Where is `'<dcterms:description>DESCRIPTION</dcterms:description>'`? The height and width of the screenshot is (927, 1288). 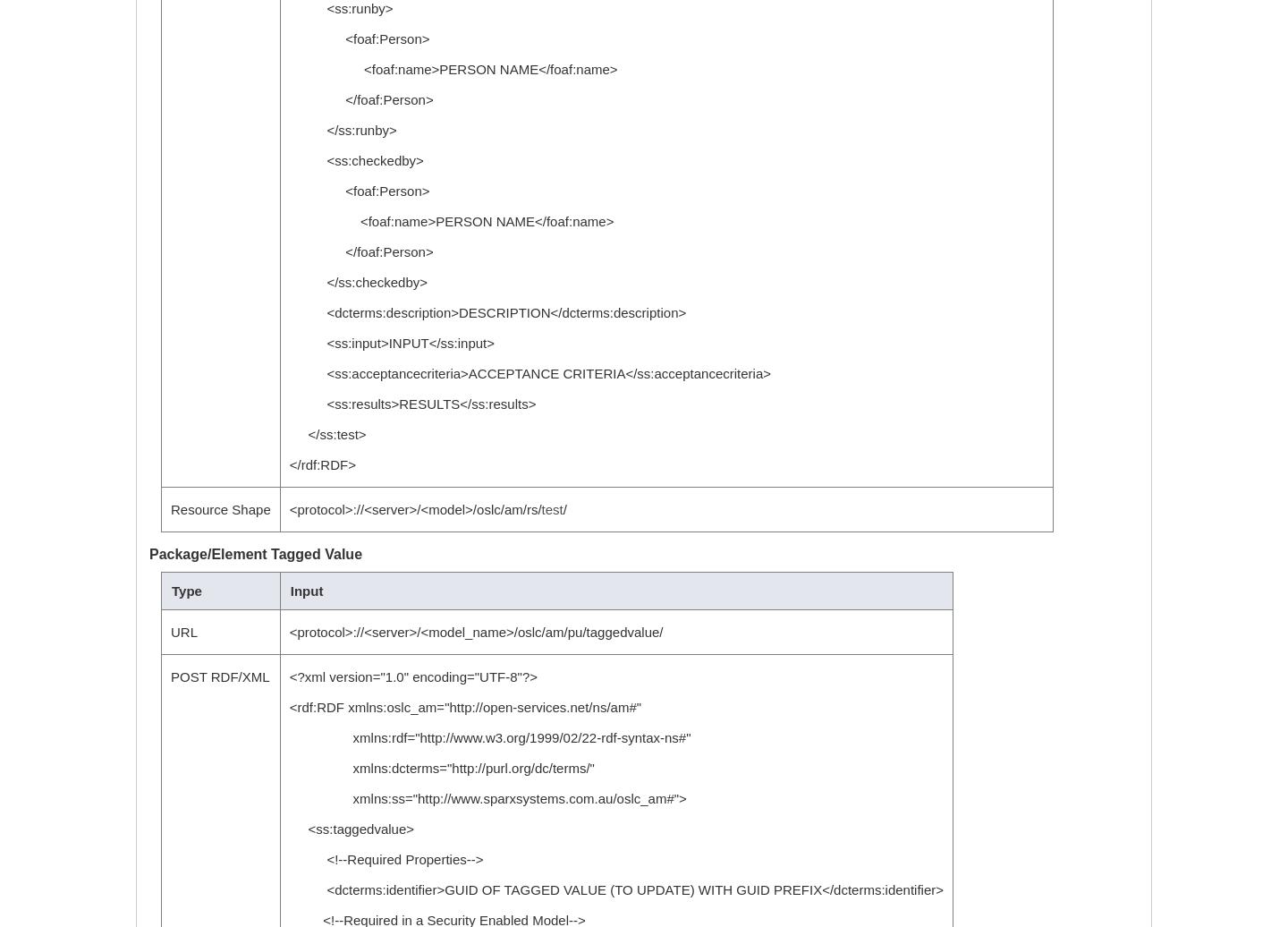
'<dcterms:description>DESCRIPTION</dcterms:description>' is located at coordinates (487, 312).